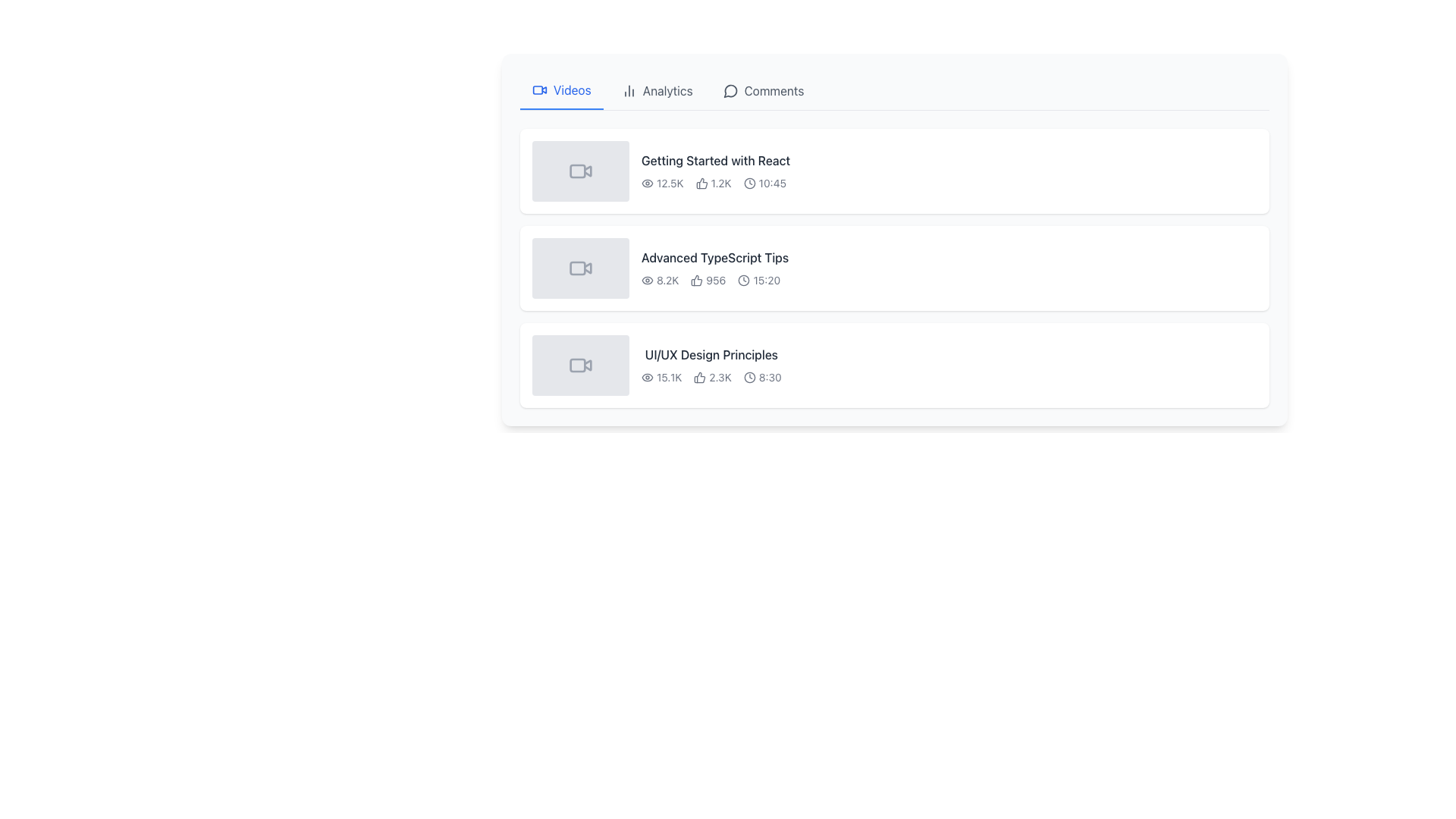 This screenshot has height=819, width=1456. I want to click on the numeric counter displaying '956' which indicates likes or approvals, located between the view count and duration under 'Advanced TypeScript Tips', so click(708, 281).